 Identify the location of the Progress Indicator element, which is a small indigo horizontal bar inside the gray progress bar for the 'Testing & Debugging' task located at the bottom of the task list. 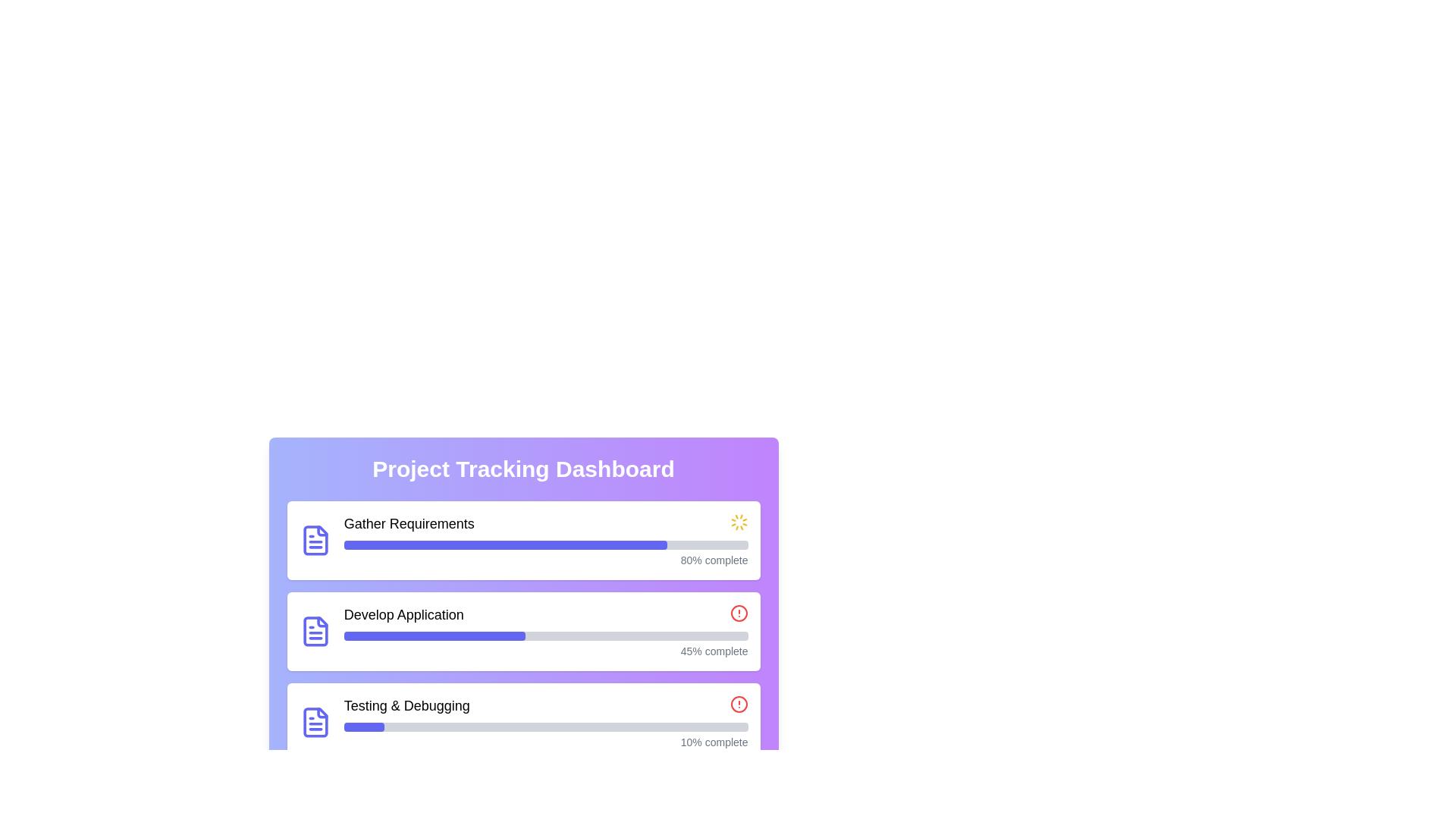
(364, 726).